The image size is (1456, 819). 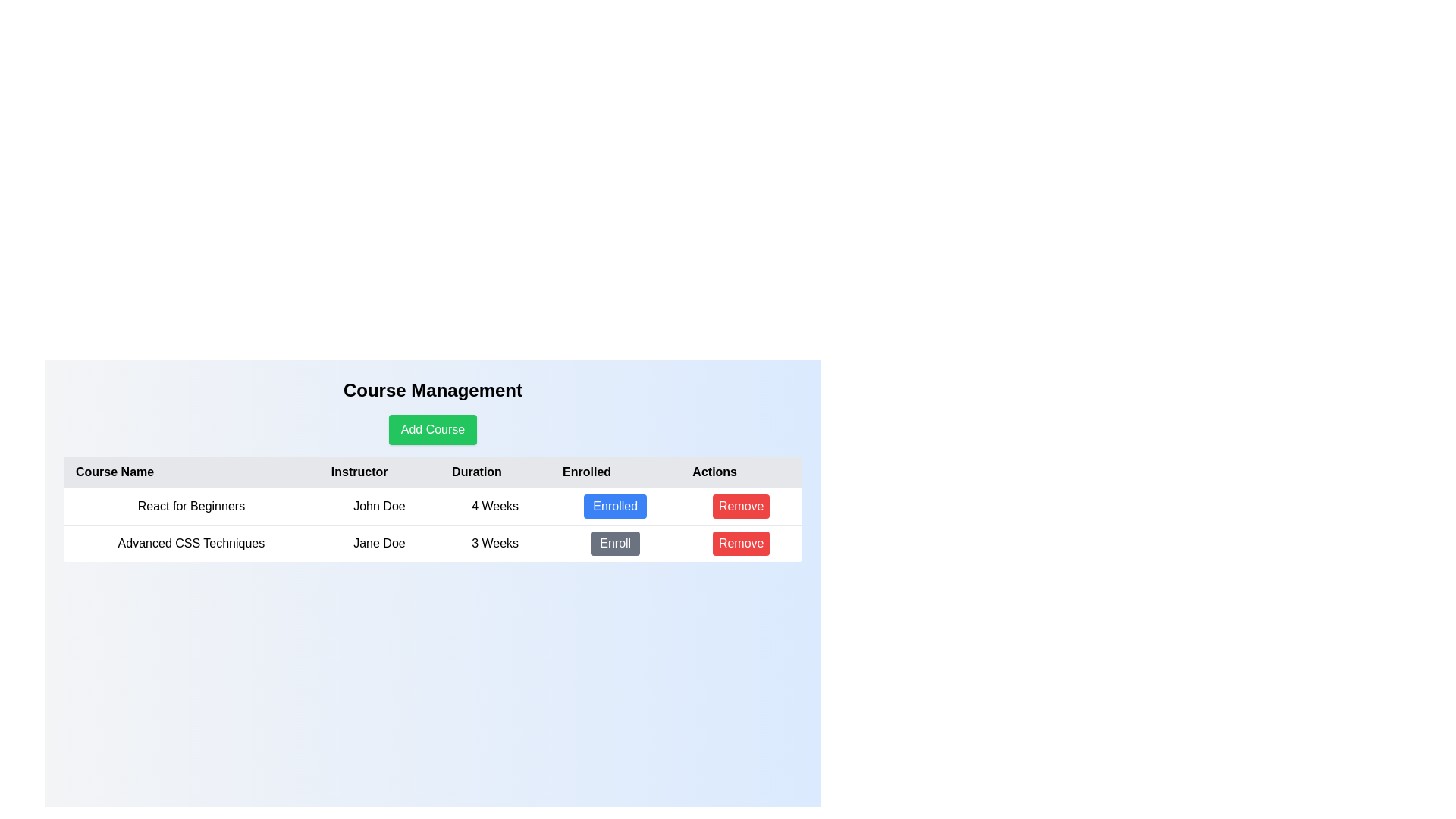 What do you see at coordinates (190, 506) in the screenshot?
I see `the text label that says 'React for Beginners', which is positioned in the first column of the first row of a table, immediately left of 'John Doe'` at bounding box center [190, 506].